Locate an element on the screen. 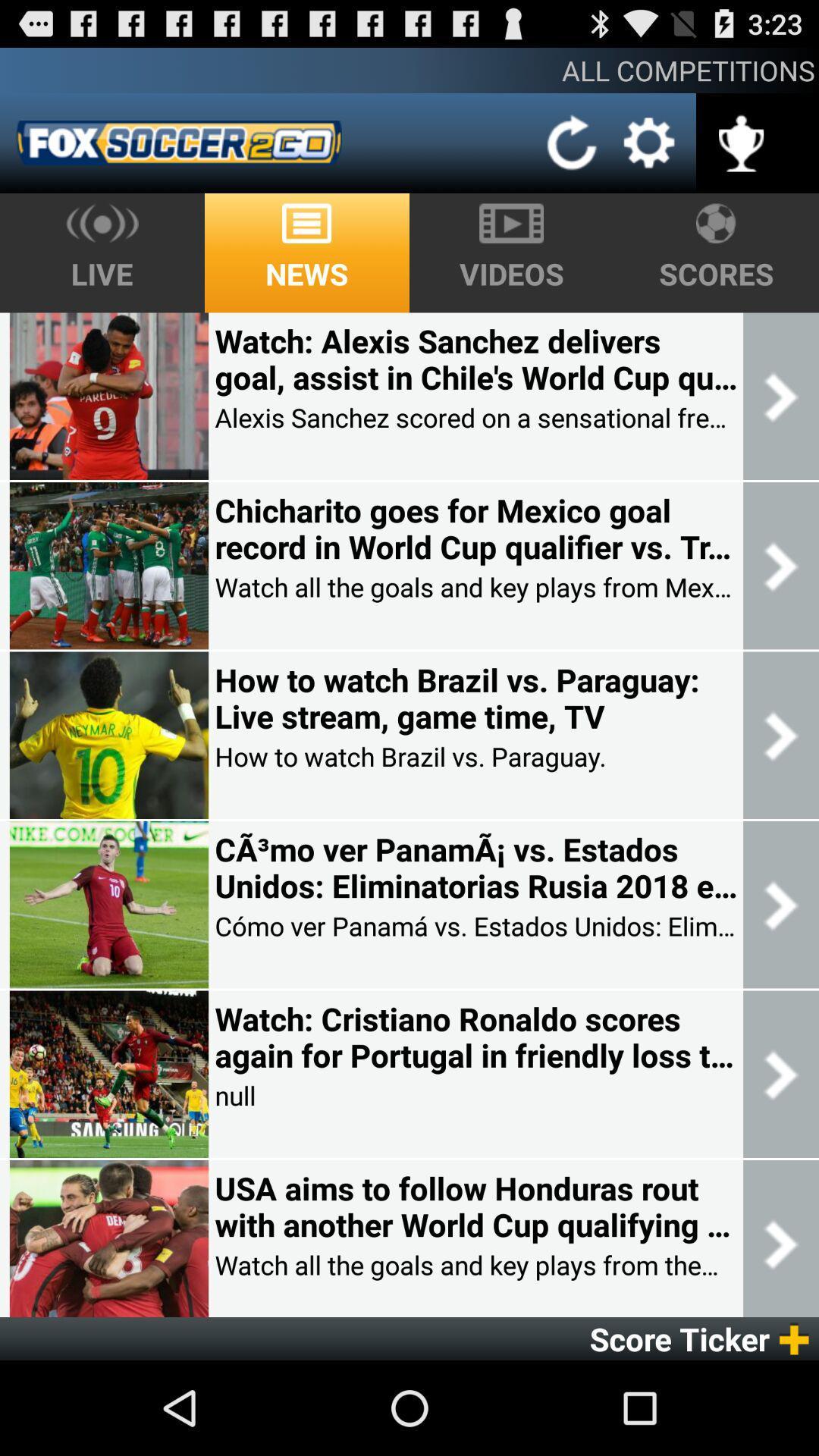  the settings icon is located at coordinates (648, 152).